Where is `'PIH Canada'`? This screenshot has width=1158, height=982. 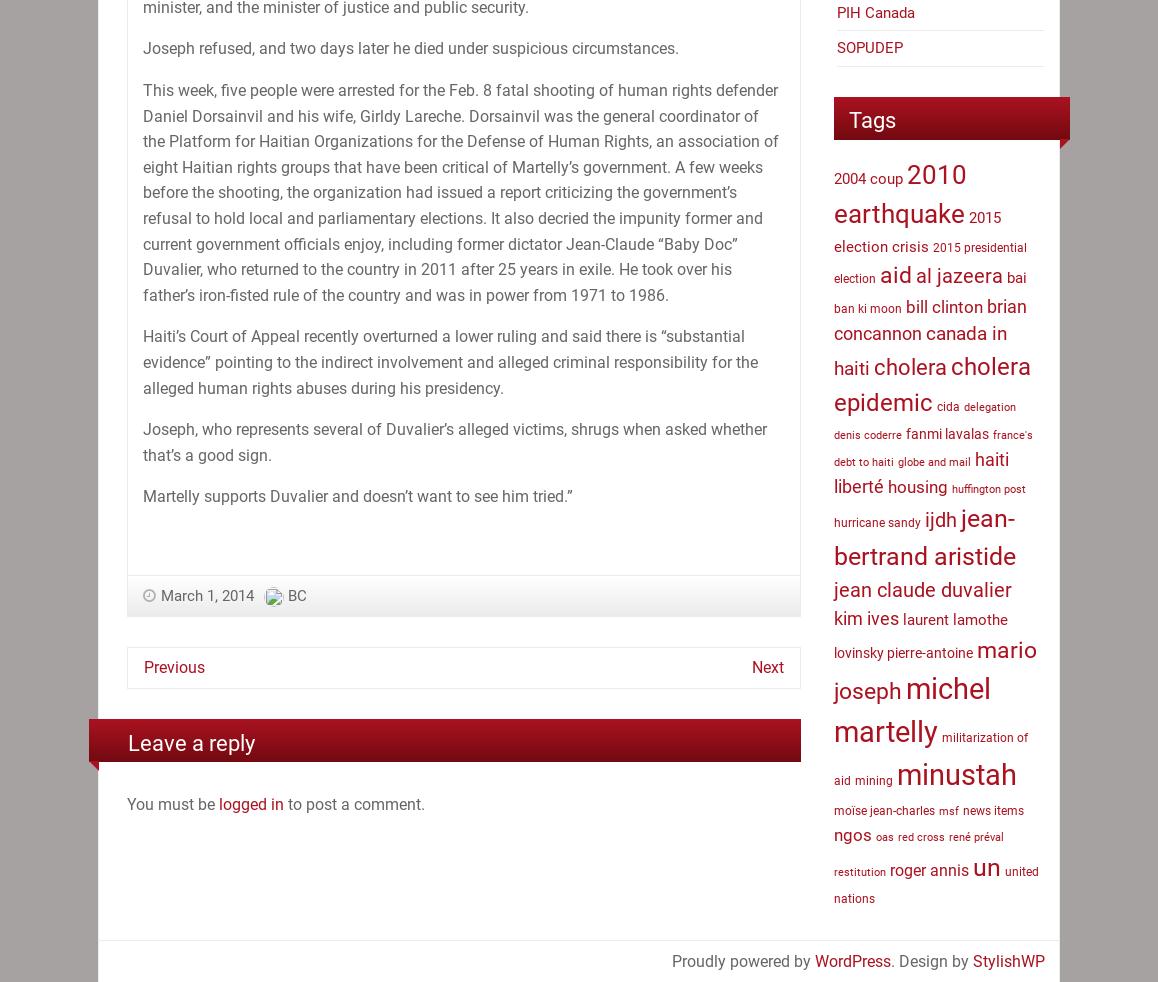
'PIH Canada' is located at coordinates (836, 11).